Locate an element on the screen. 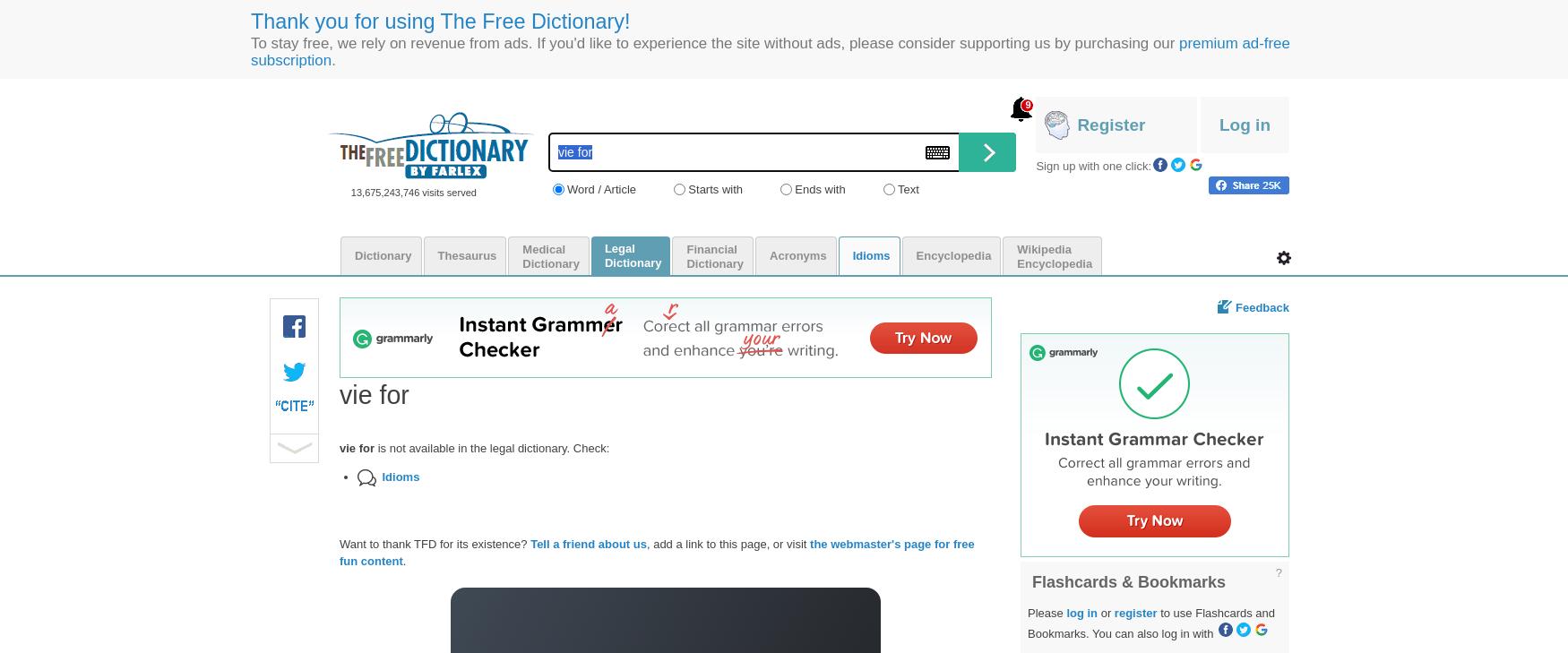  'Feedback' is located at coordinates (1261, 305).